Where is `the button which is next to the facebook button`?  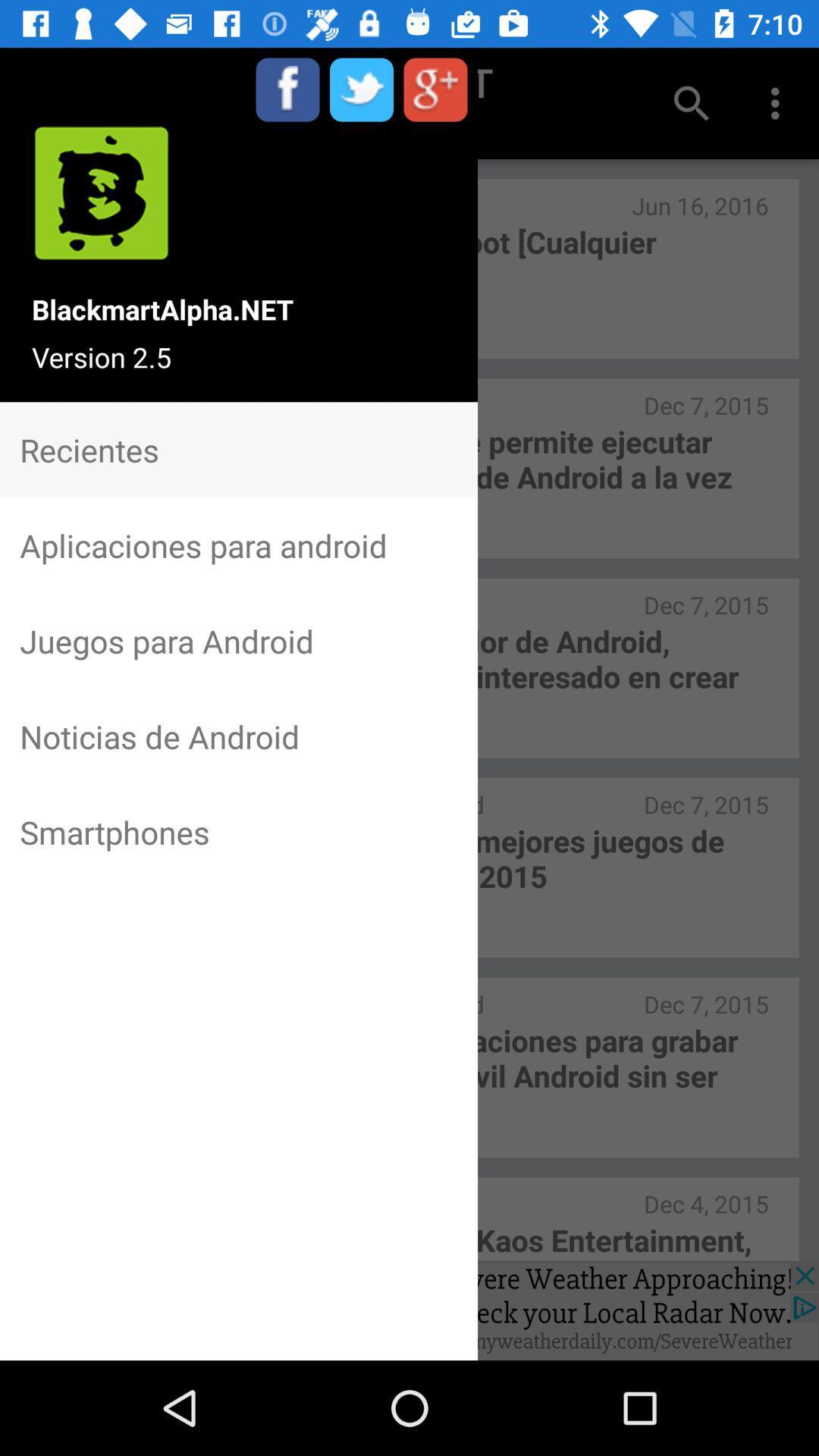
the button which is next to the facebook button is located at coordinates (362, 89).